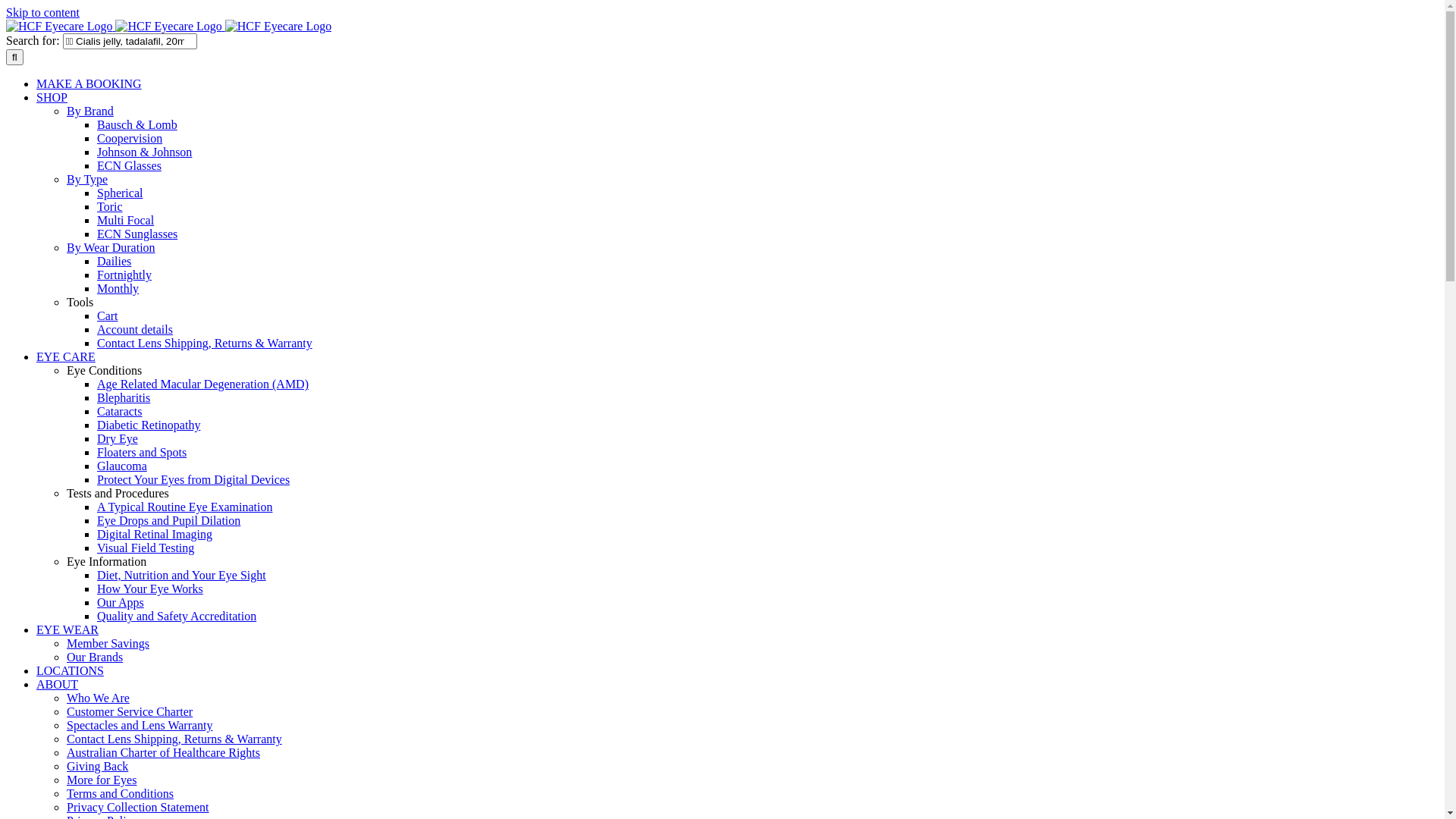 The image size is (1456, 819). What do you see at coordinates (119, 792) in the screenshot?
I see `'Terms and Conditions'` at bounding box center [119, 792].